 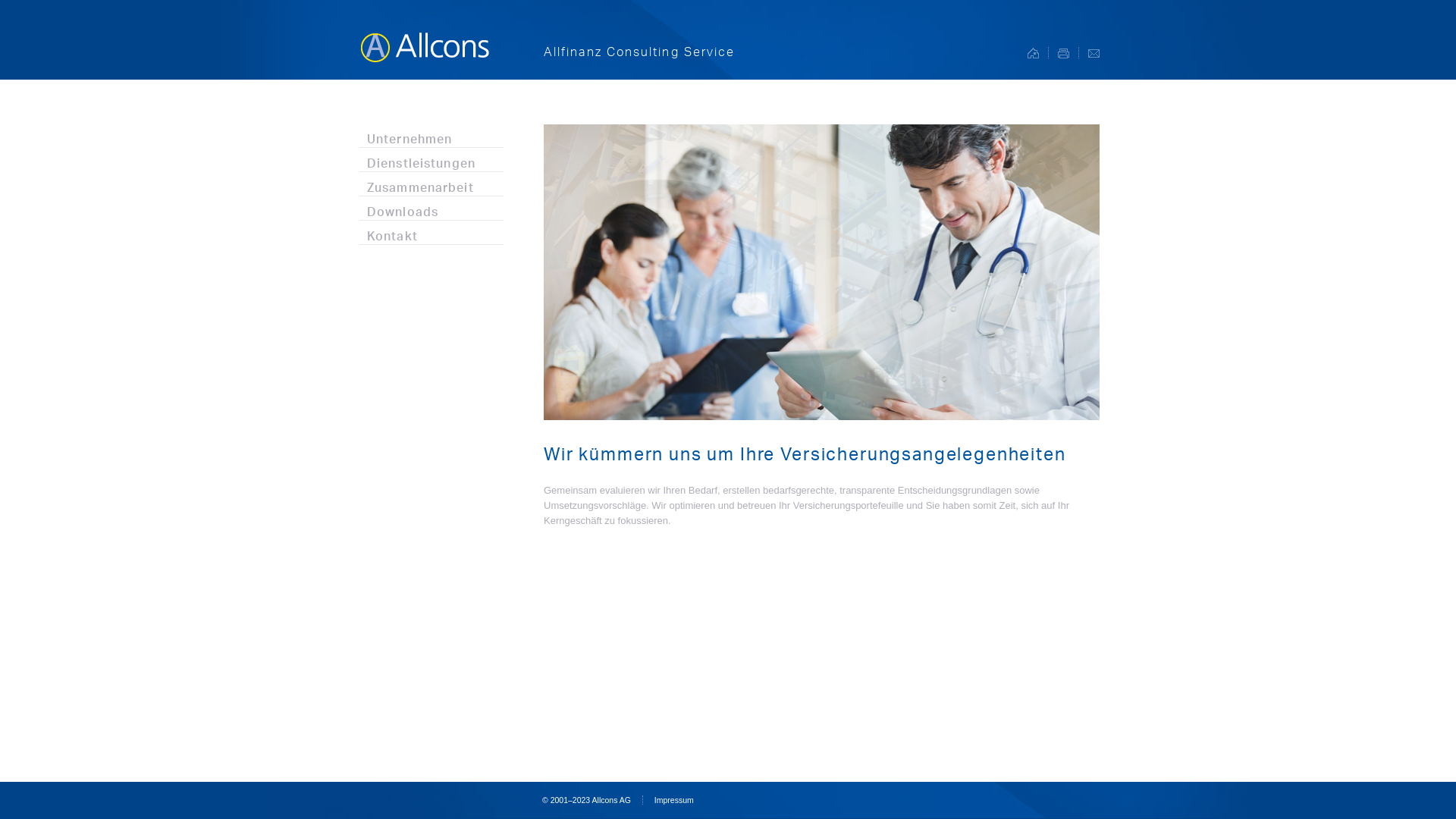 What do you see at coordinates (431, 134) in the screenshot?
I see `'Unternehmen'` at bounding box center [431, 134].